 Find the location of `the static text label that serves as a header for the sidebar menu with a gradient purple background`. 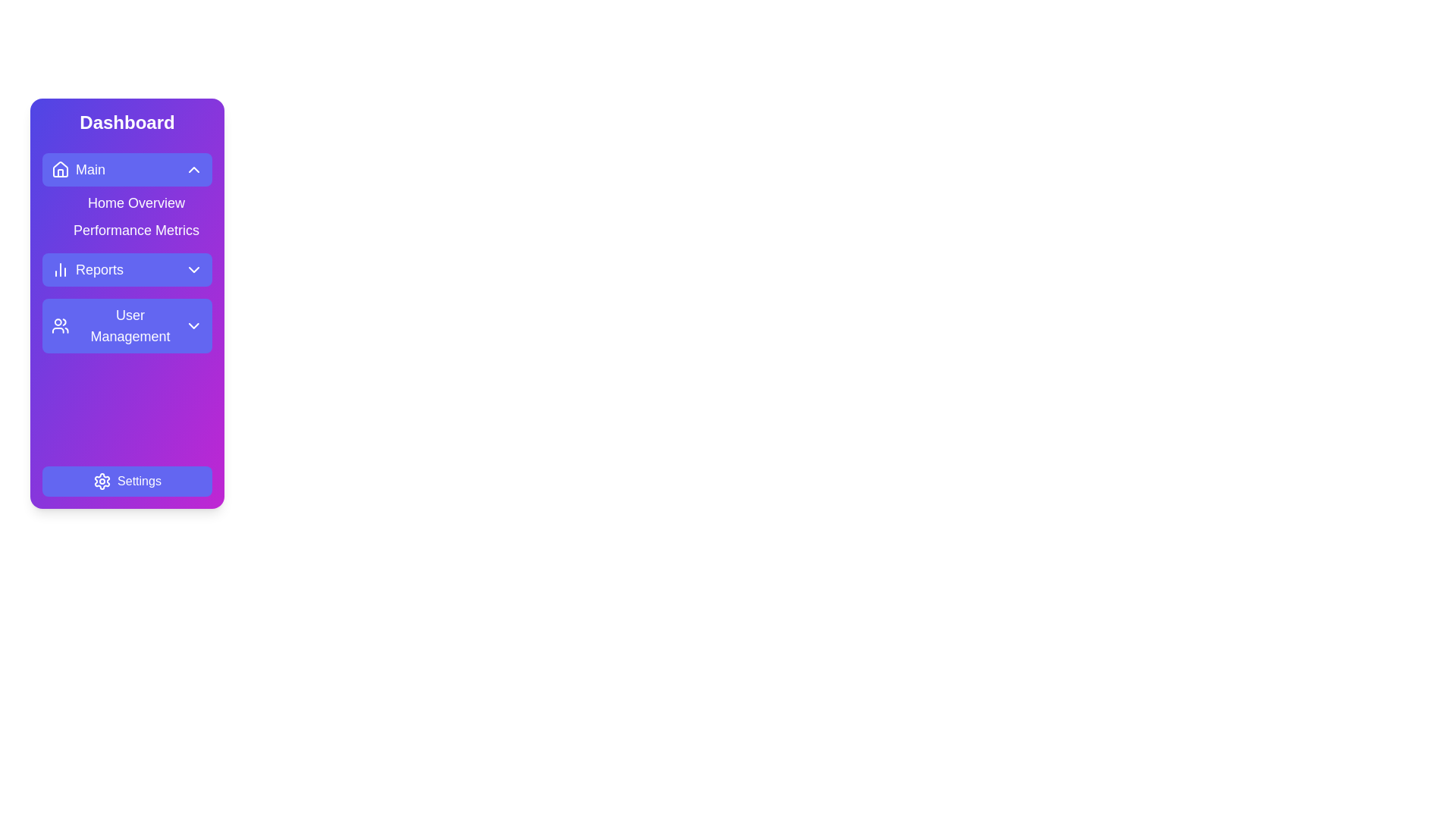

the static text label that serves as a header for the sidebar menu with a gradient purple background is located at coordinates (127, 122).